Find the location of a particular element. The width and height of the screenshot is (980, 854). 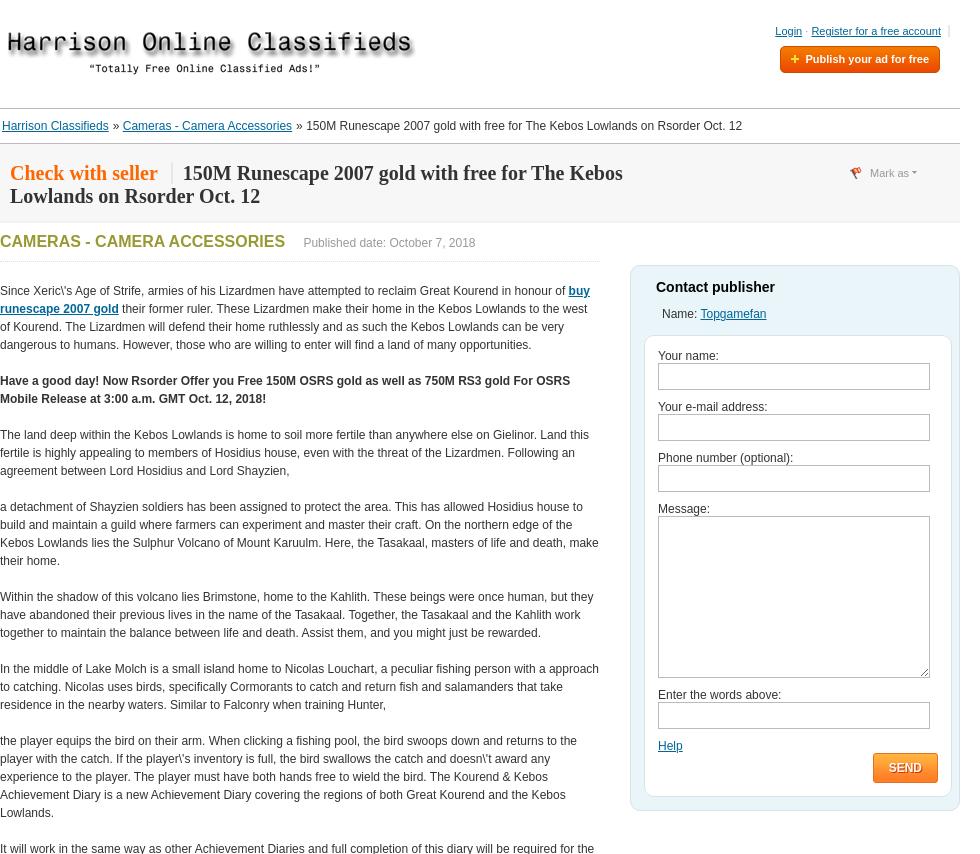

'at 3:00 a.m. GMT Oct. 12, 2018!' is located at coordinates (177, 398).